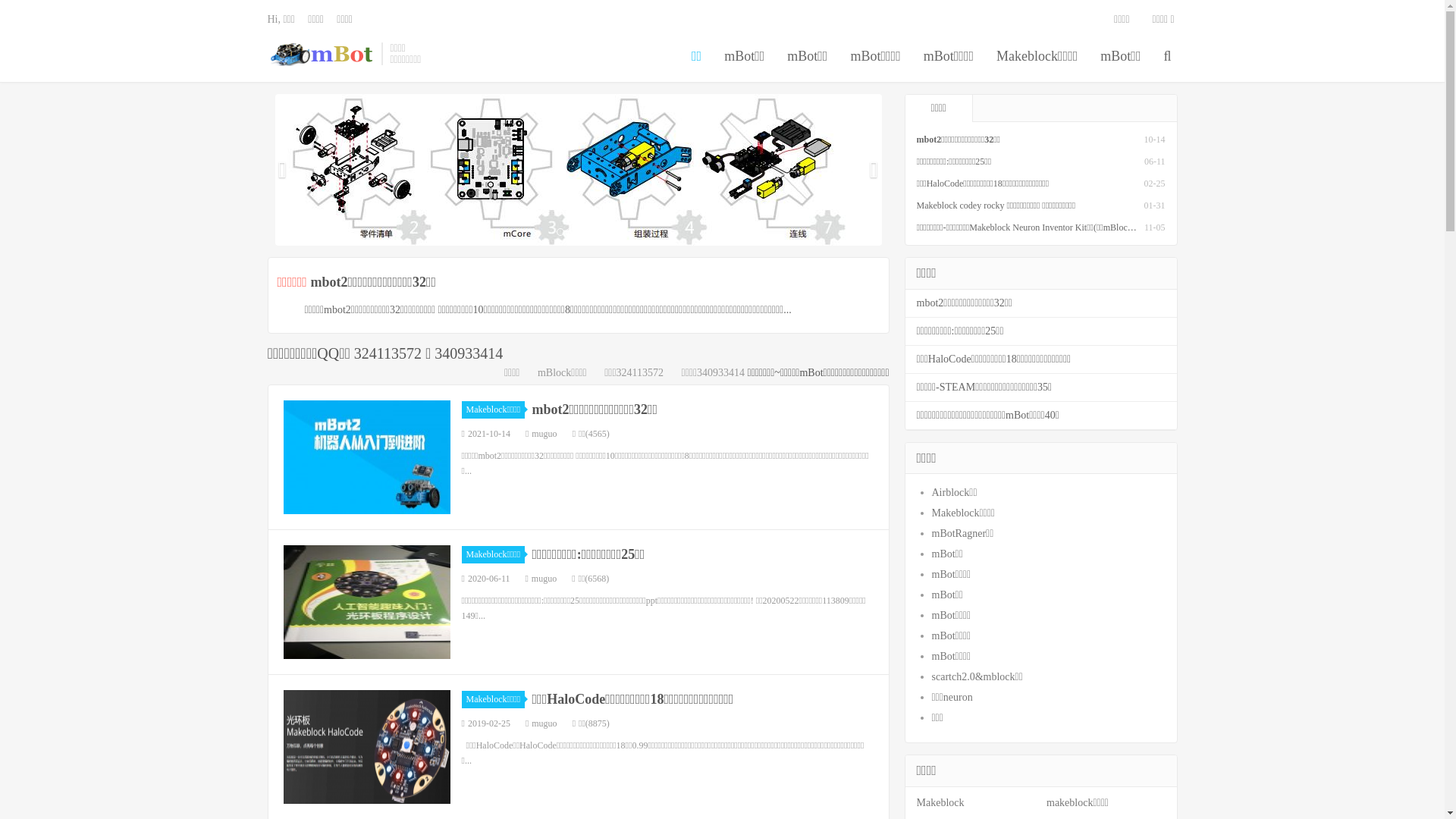  Describe the element at coordinates (939, 802) in the screenshot. I see `'Makeblock'` at that location.